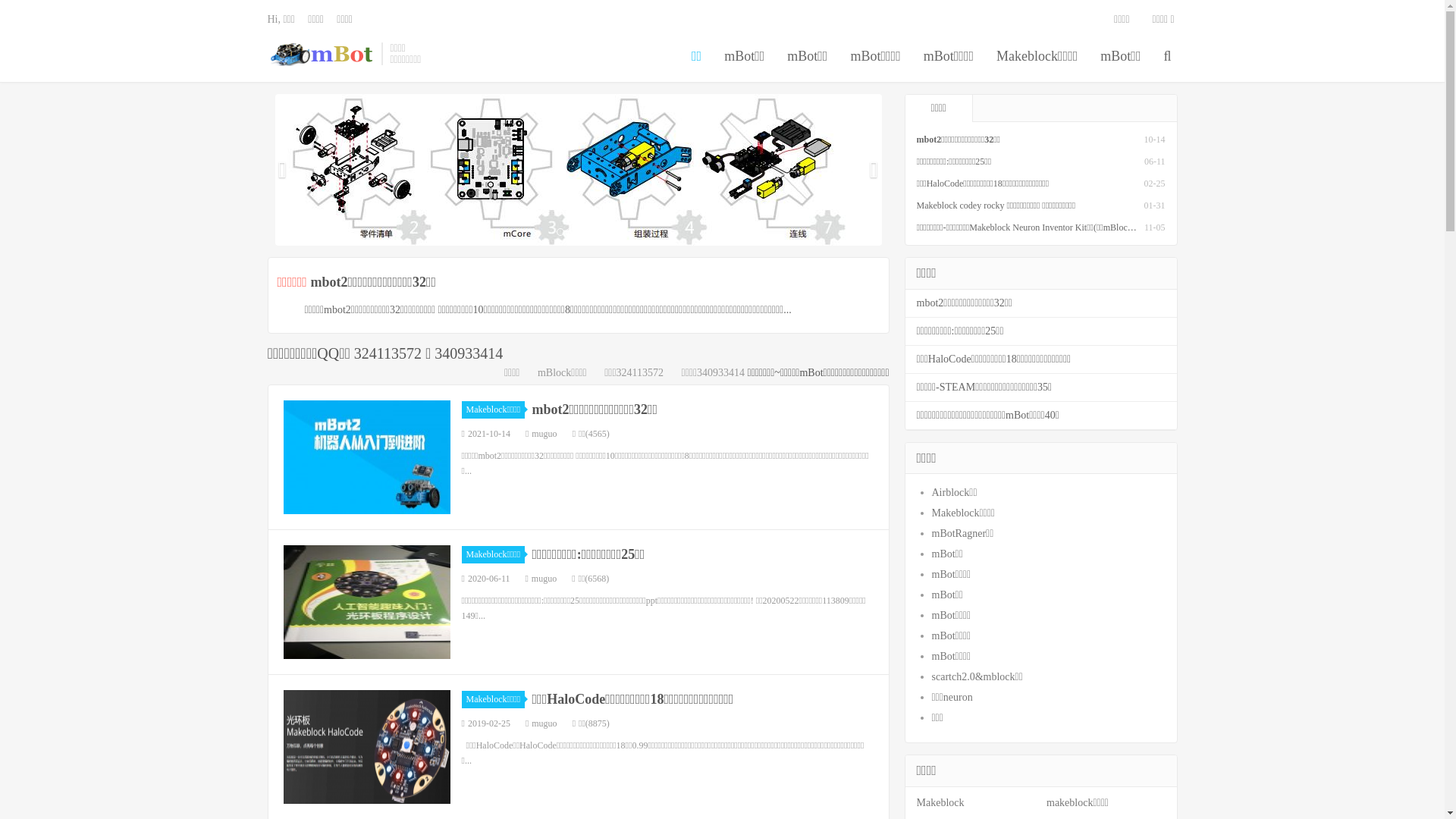  Describe the element at coordinates (939, 802) in the screenshot. I see `'Makeblock'` at that location.